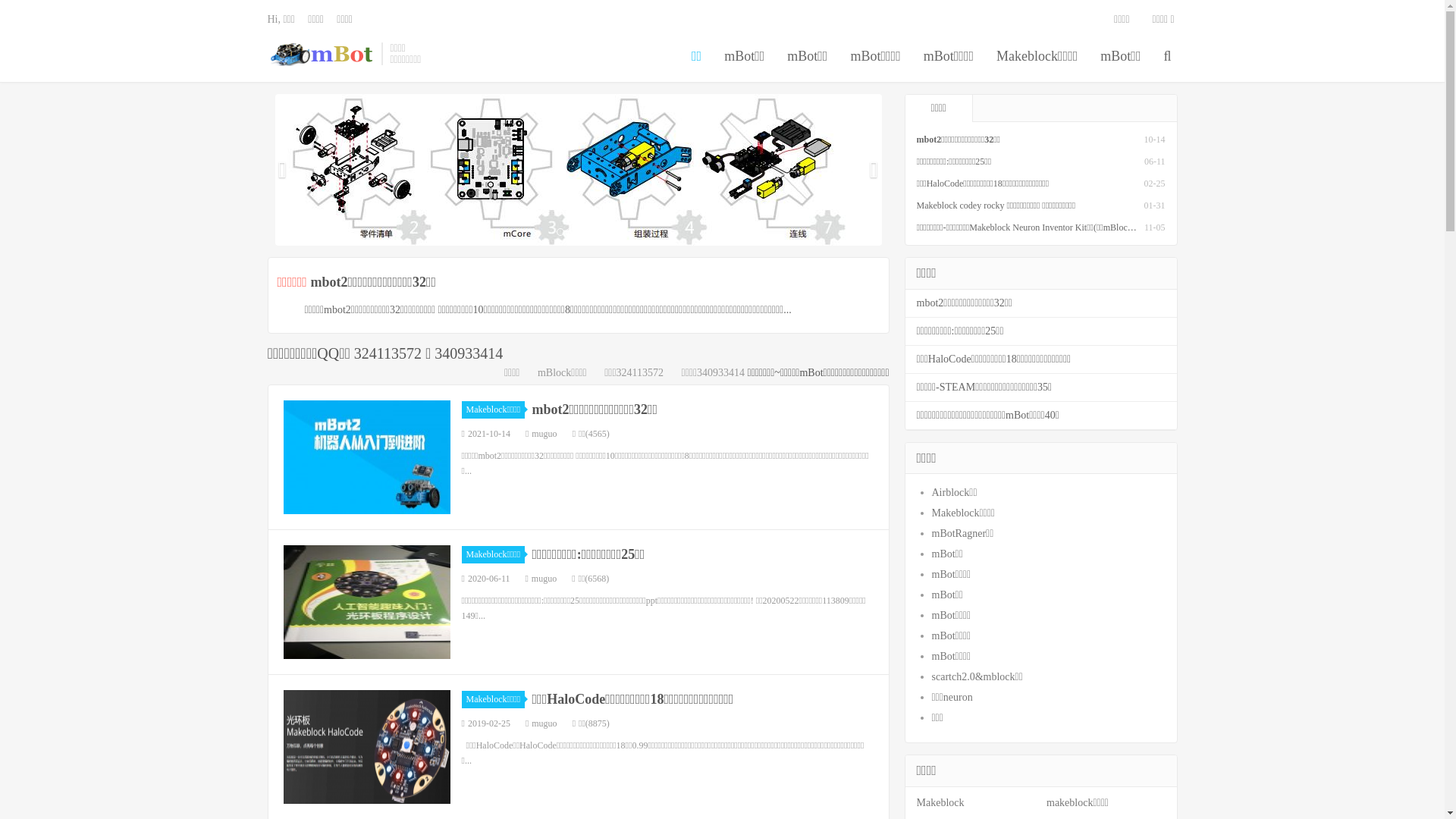  Describe the element at coordinates (939, 802) in the screenshot. I see `'Makeblock'` at that location.